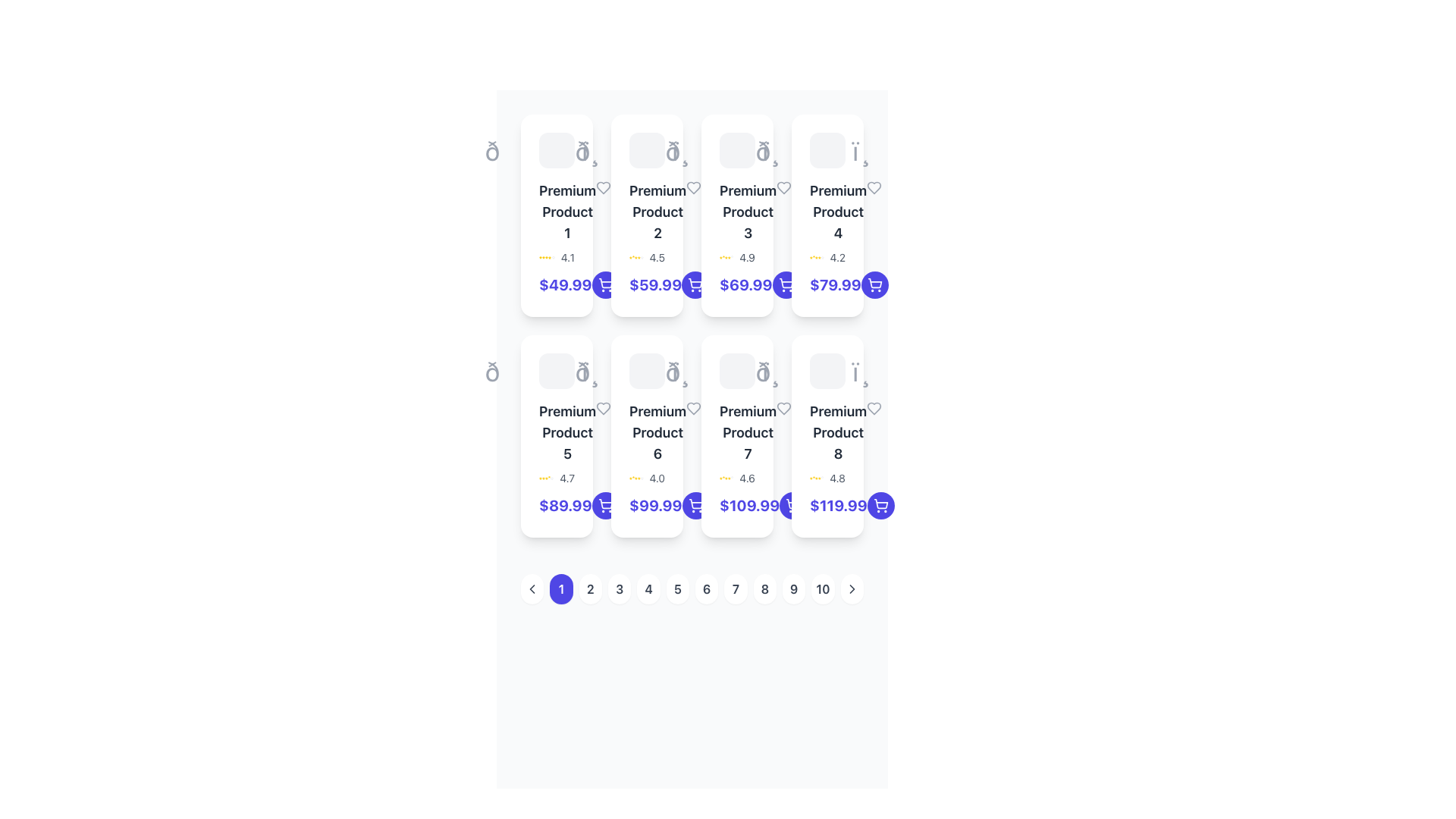  Describe the element at coordinates (784, 187) in the screenshot. I see `the heart icon button located at the top-right corner of the 'Premium Product 3' card` at that location.